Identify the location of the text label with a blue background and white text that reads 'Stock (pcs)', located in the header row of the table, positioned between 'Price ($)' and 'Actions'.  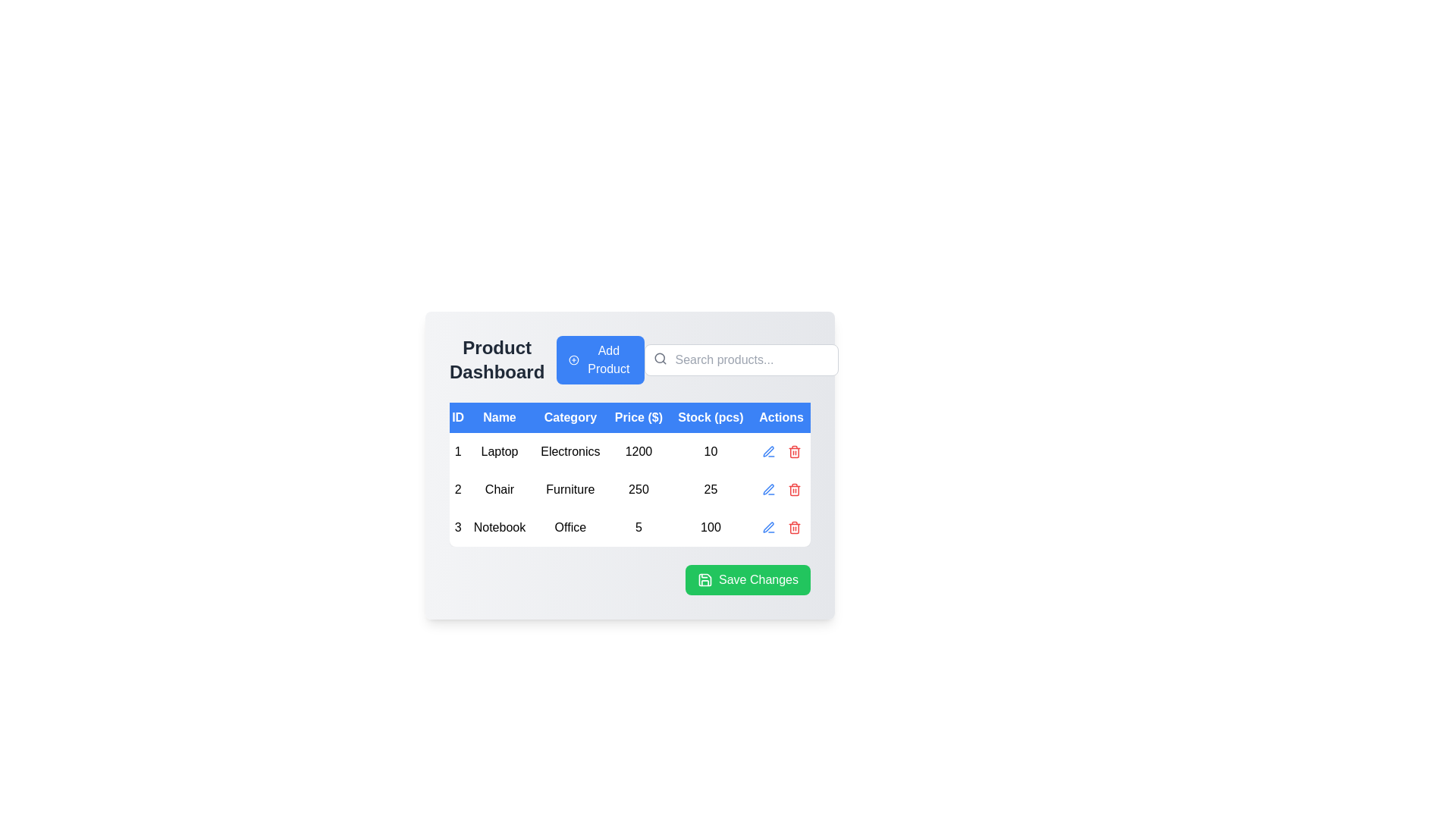
(710, 418).